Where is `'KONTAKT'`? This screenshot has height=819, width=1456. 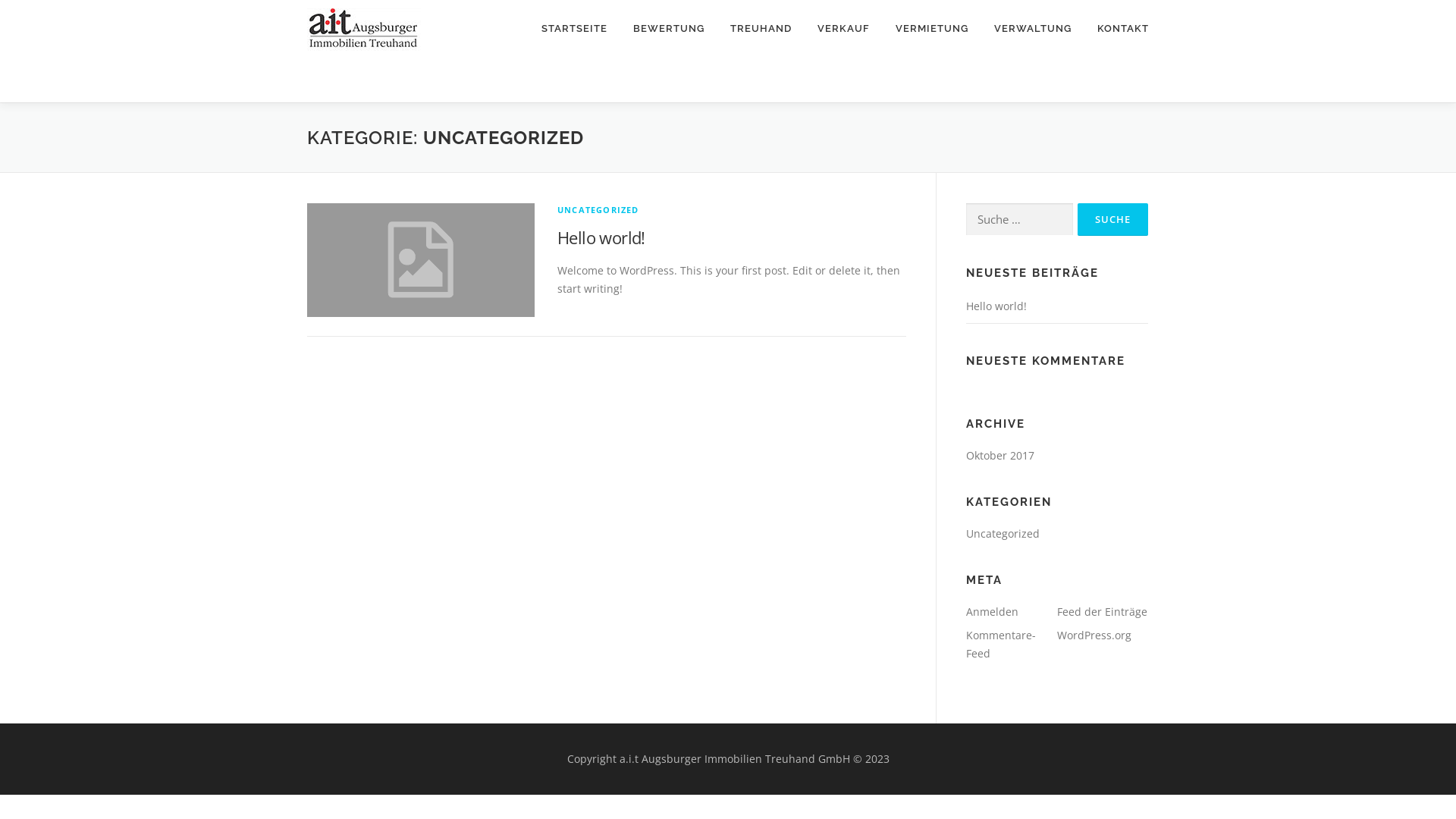
'KONTAKT' is located at coordinates (1116, 28).